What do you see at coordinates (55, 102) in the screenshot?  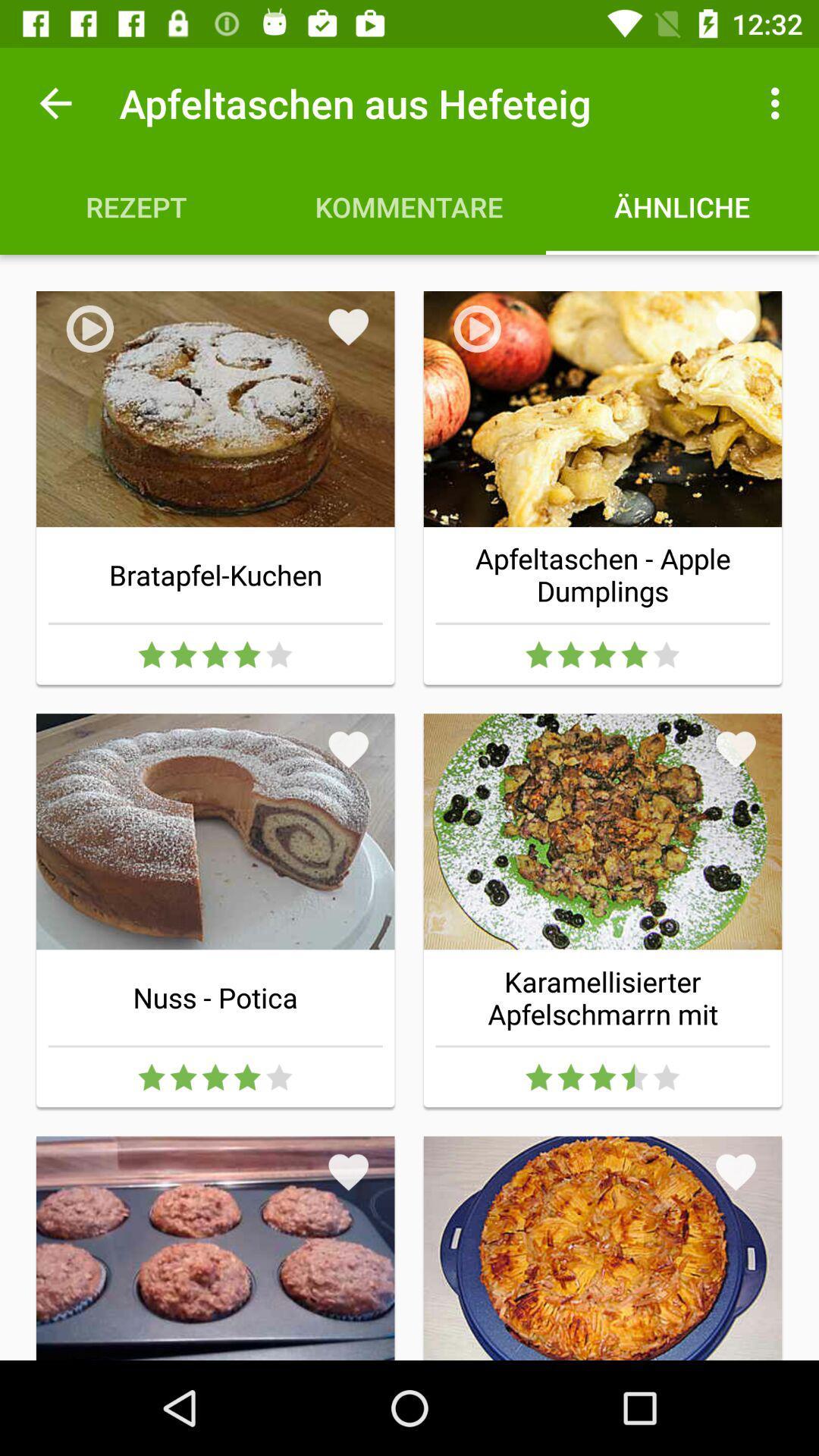 I see `the item next to the apfeltaschen aus hefeteig` at bounding box center [55, 102].